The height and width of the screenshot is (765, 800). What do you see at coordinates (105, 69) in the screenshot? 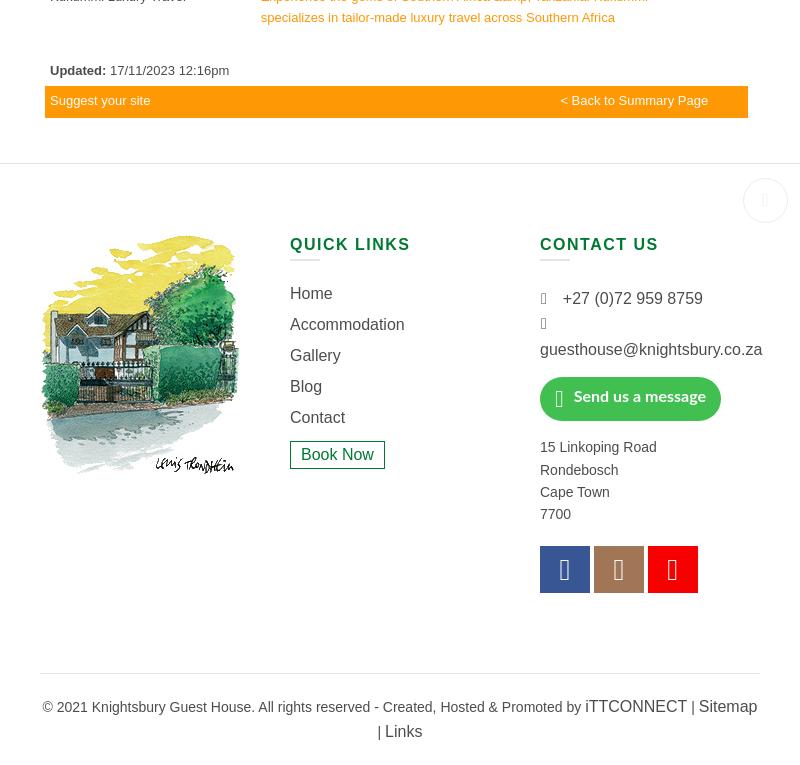
I see `'17/11/2023 12:16pm'` at bounding box center [105, 69].